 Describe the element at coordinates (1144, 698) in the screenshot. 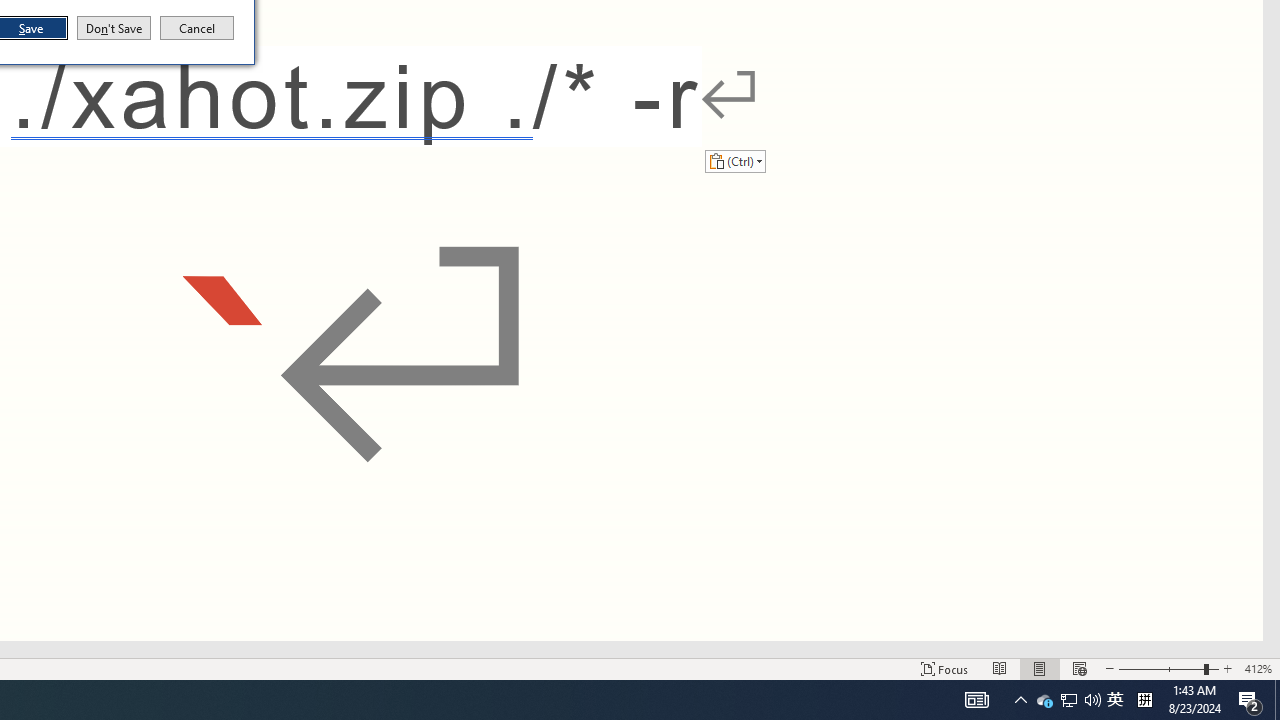

I see `'Tray Input Indicator - Chinese (Simplified, China)'` at that location.